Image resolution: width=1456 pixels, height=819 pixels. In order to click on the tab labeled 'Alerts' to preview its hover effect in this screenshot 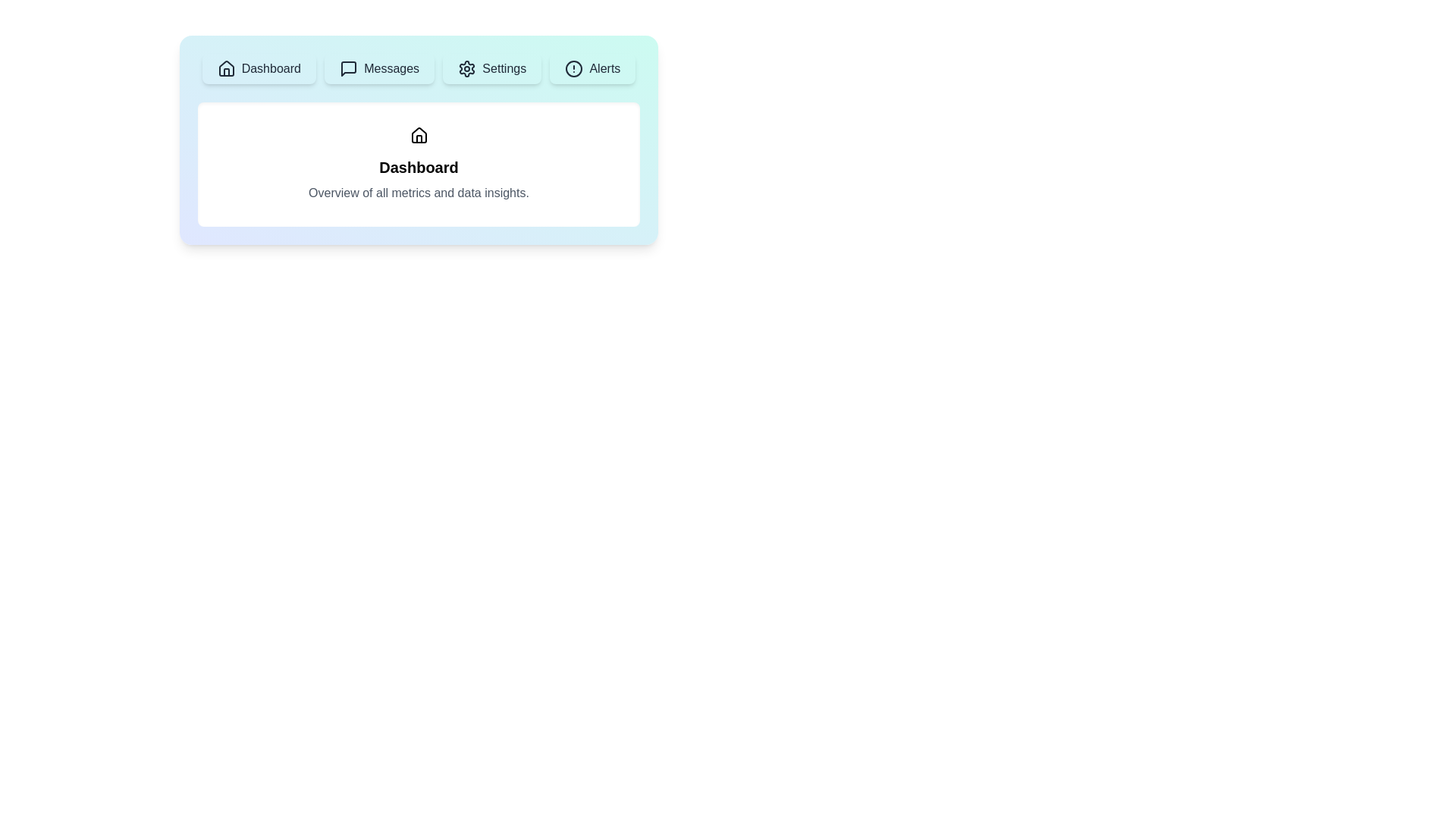, I will do `click(591, 69)`.